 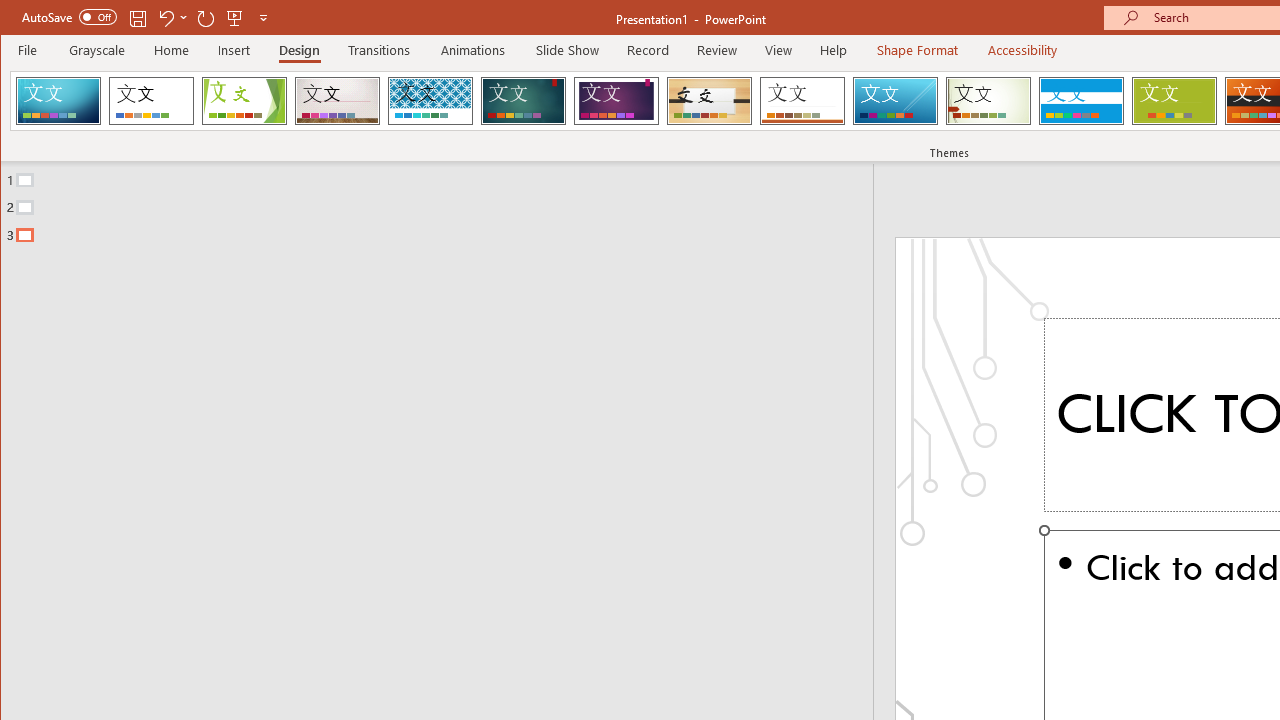 I want to click on 'Slide Show', so click(x=566, y=49).